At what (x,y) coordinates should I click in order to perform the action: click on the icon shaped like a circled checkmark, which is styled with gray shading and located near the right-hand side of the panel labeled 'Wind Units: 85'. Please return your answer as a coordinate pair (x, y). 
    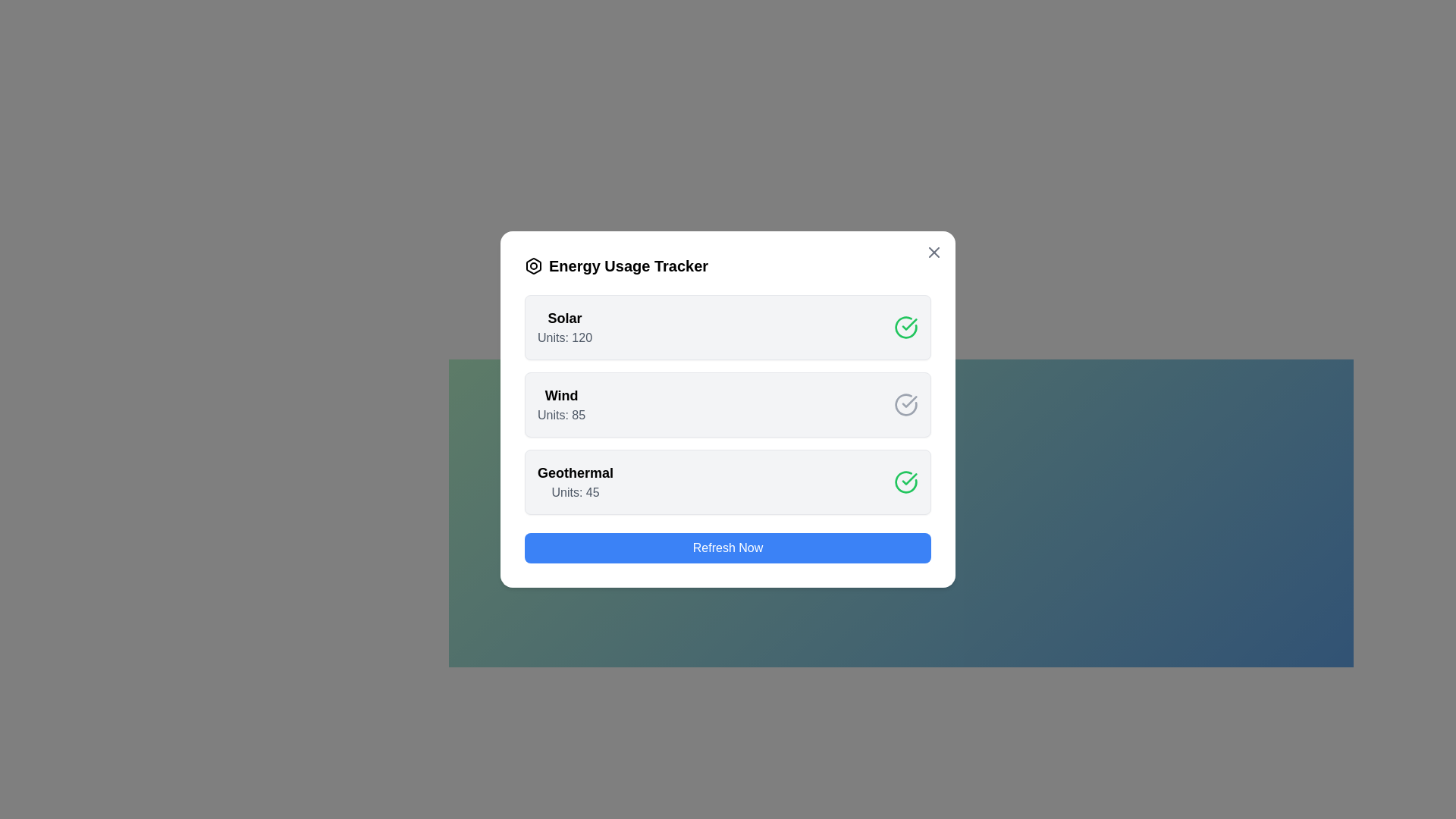
    Looking at the image, I should click on (906, 403).